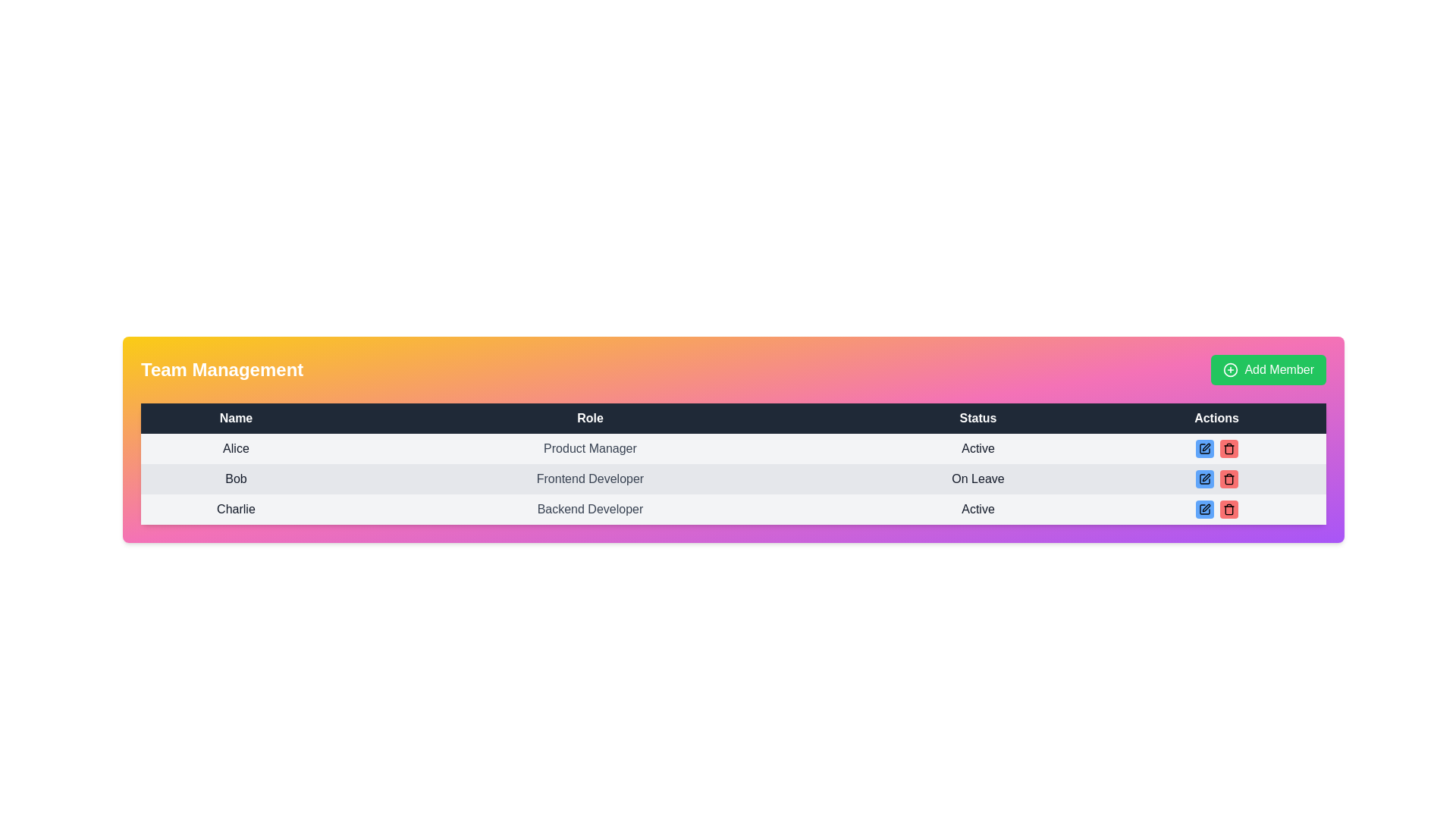 The image size is (1456, 819). I want to click on the text label displaying 'On Leave' which is located in the 'Status' column corresponding to 'Bob' in the table layout, so click(978, 479).